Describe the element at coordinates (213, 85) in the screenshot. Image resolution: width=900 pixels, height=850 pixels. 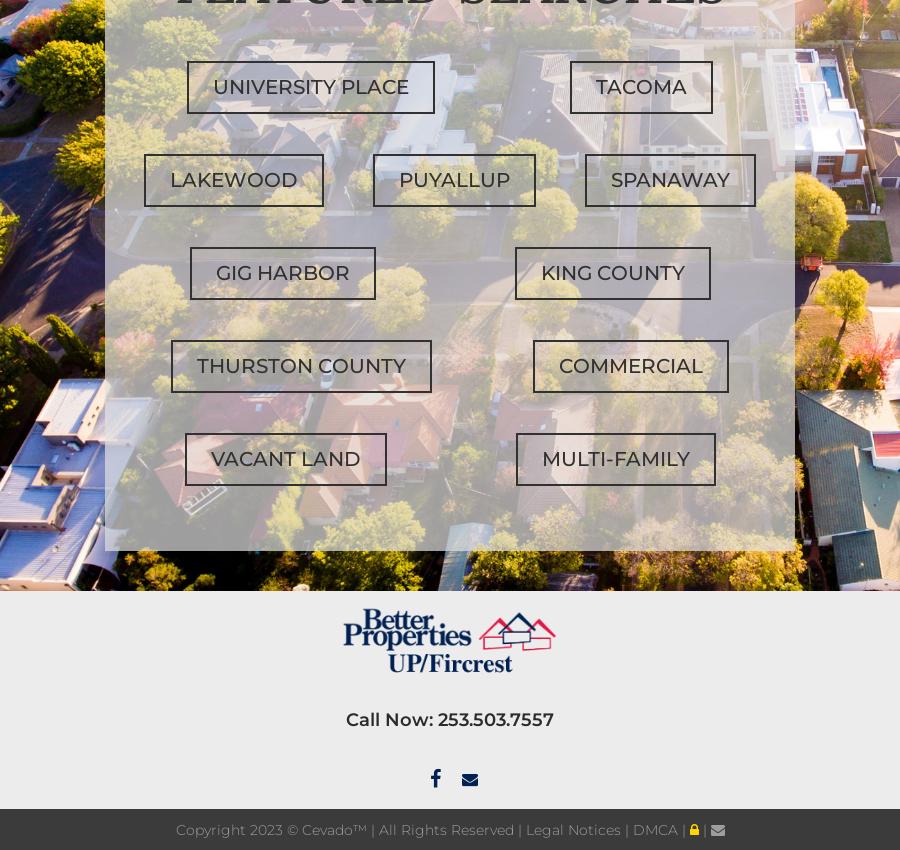
I see `'University Place'` at that location.